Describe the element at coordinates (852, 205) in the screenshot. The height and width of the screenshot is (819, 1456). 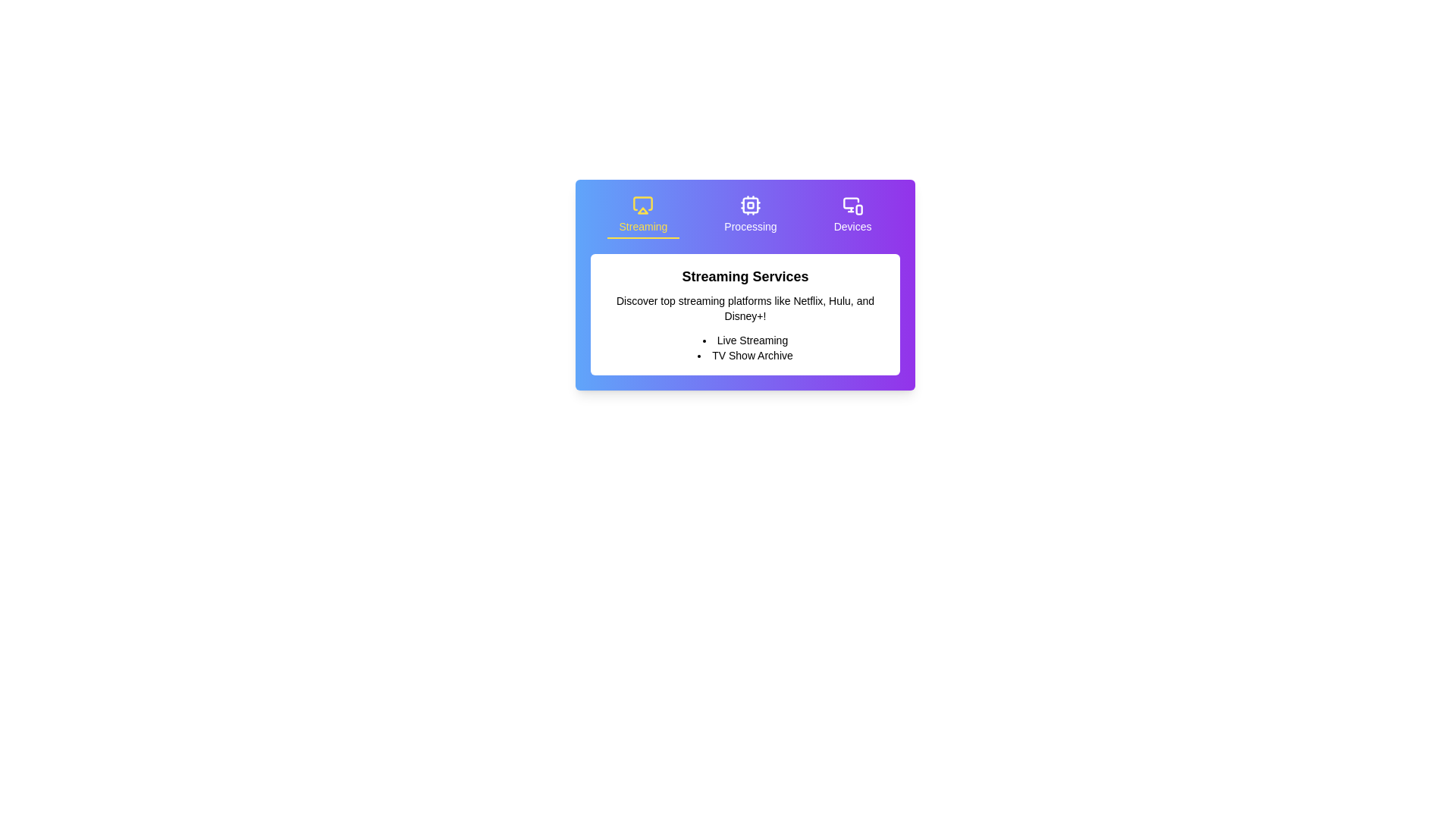
I see `the monitor and smartphone icon in the header area above the 'Devices' section` at that location.